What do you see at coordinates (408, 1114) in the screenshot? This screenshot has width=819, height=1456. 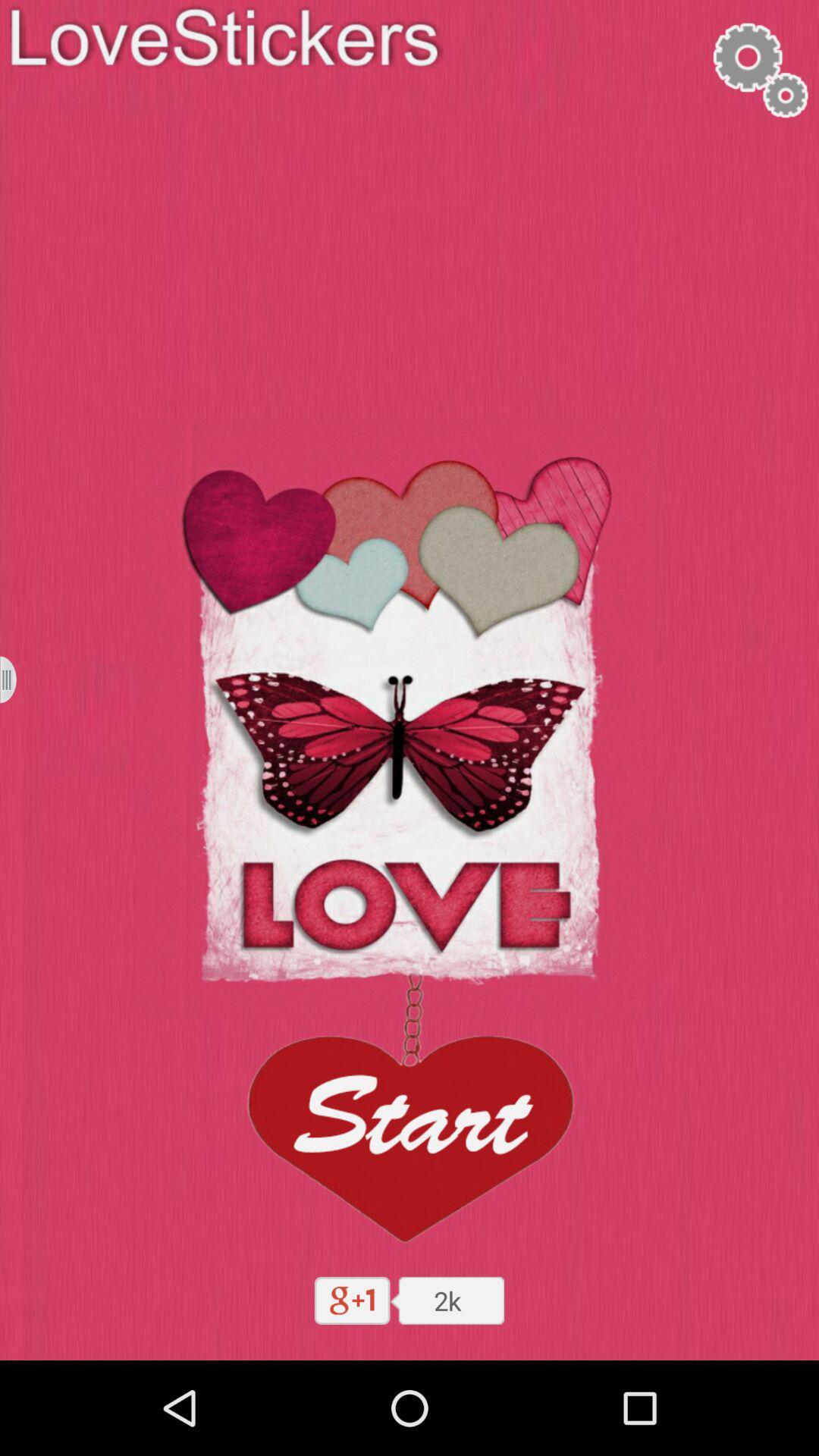 I see `press to start` at bounding box center [408, 1114].